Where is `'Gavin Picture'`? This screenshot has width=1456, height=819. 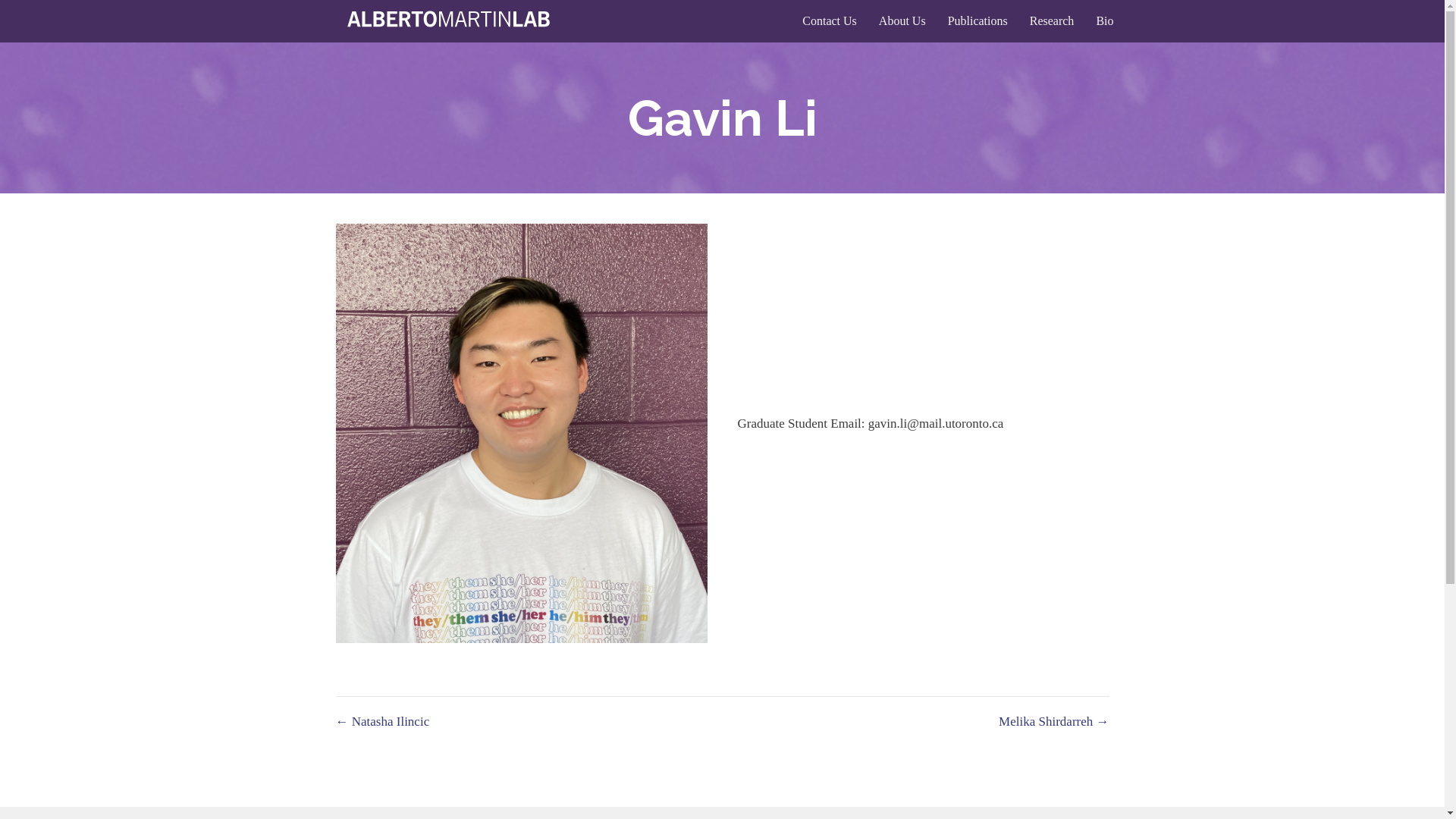
'Gavin Picture' is located at coordinates (520, 433).